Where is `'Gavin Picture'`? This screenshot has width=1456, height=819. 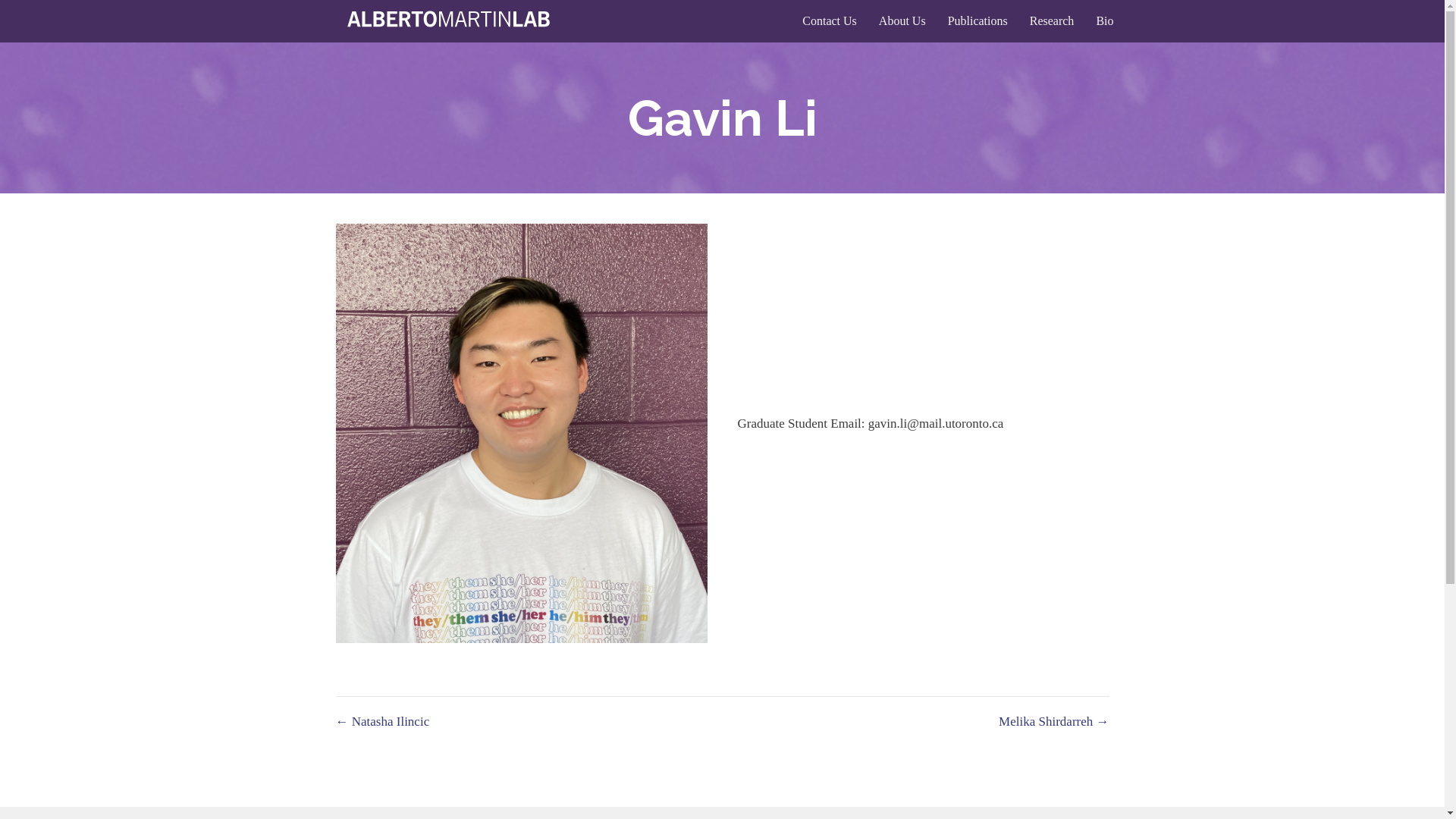
'Gavin Picture' is located at coordinates (520, 433).